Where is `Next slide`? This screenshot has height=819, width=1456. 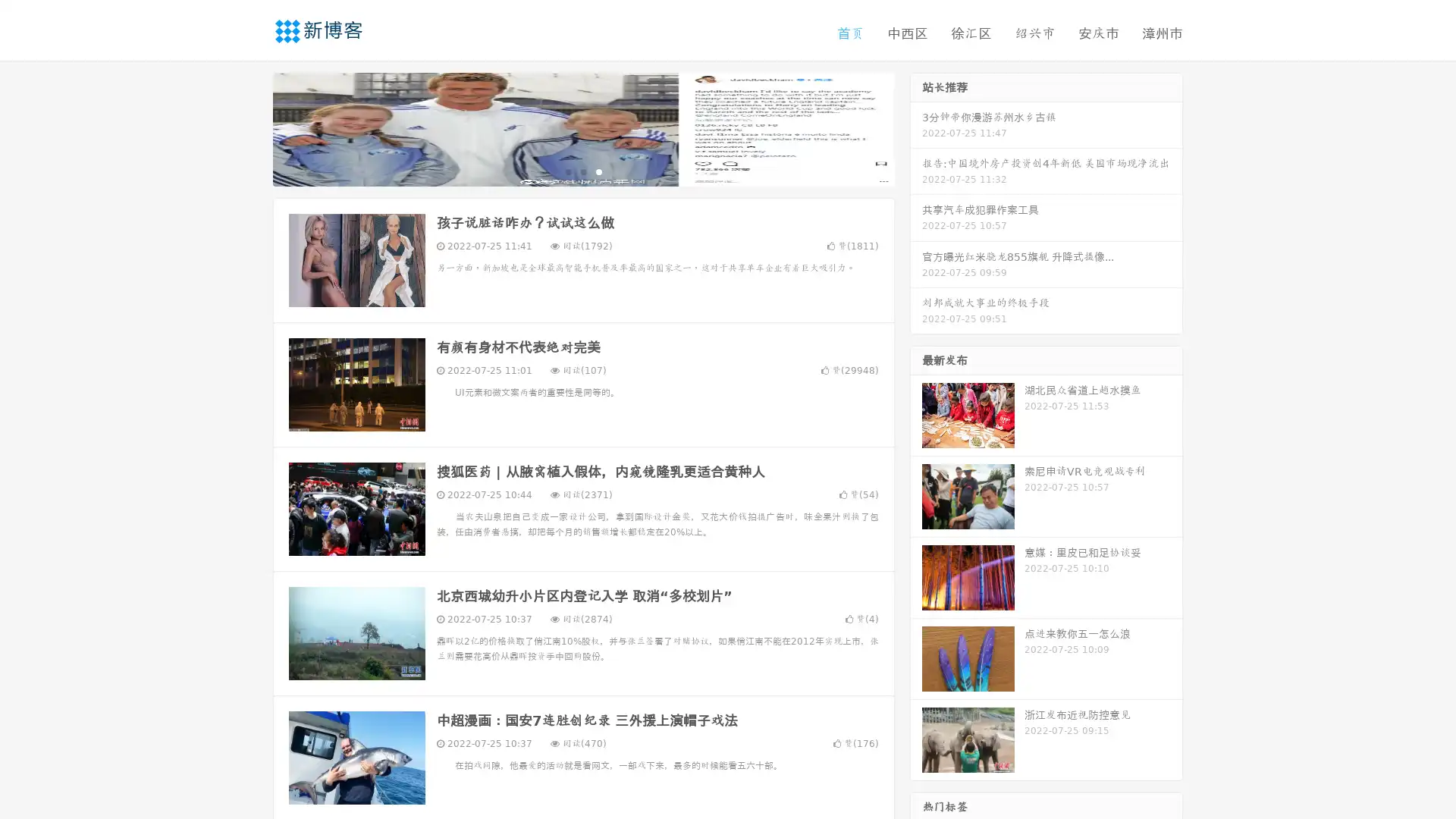
Next slide is located at coordinates (916, 127).